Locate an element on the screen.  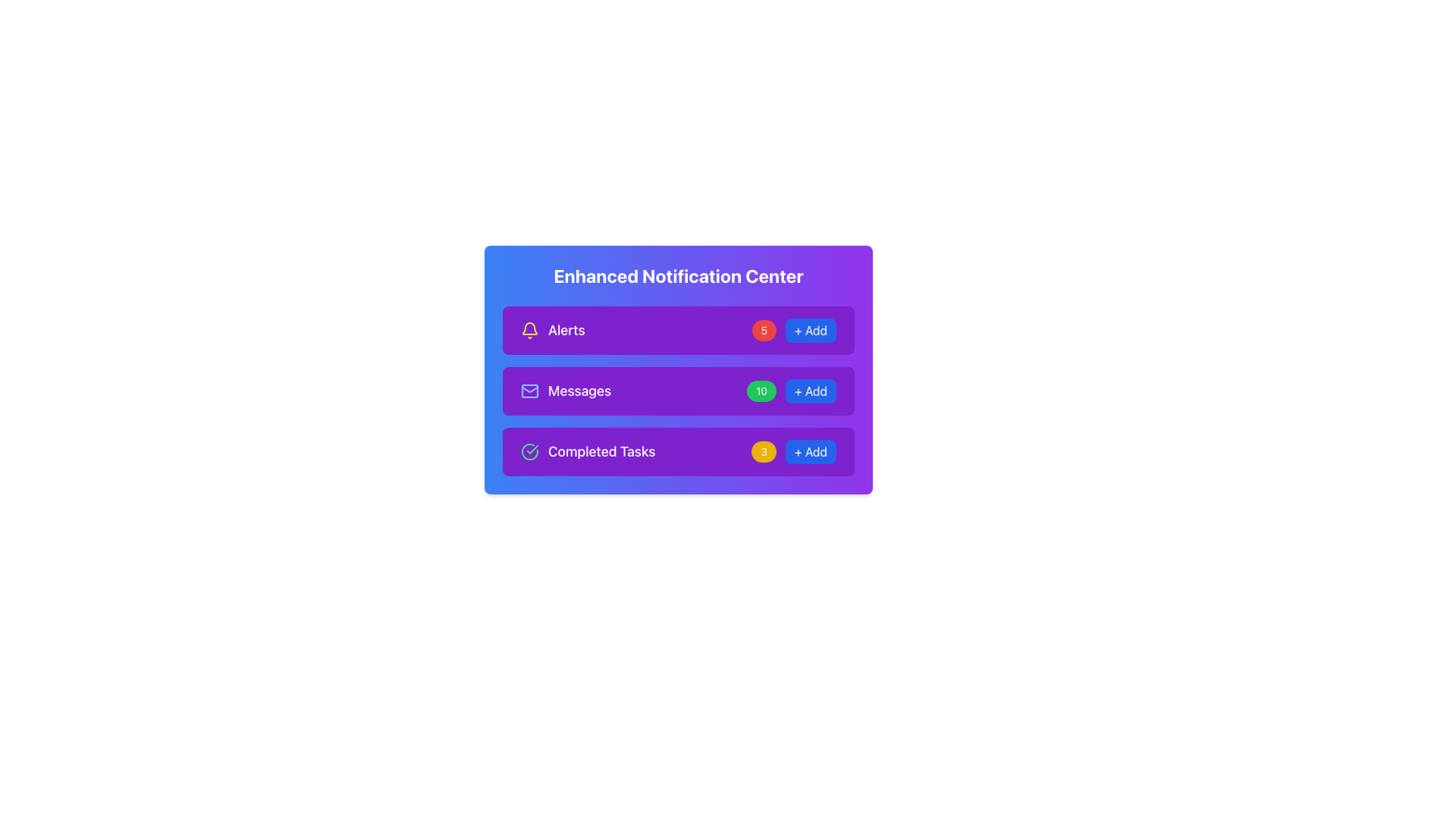
the '+ Add' button with a blue background and white text is located at coordinates (810, 391).